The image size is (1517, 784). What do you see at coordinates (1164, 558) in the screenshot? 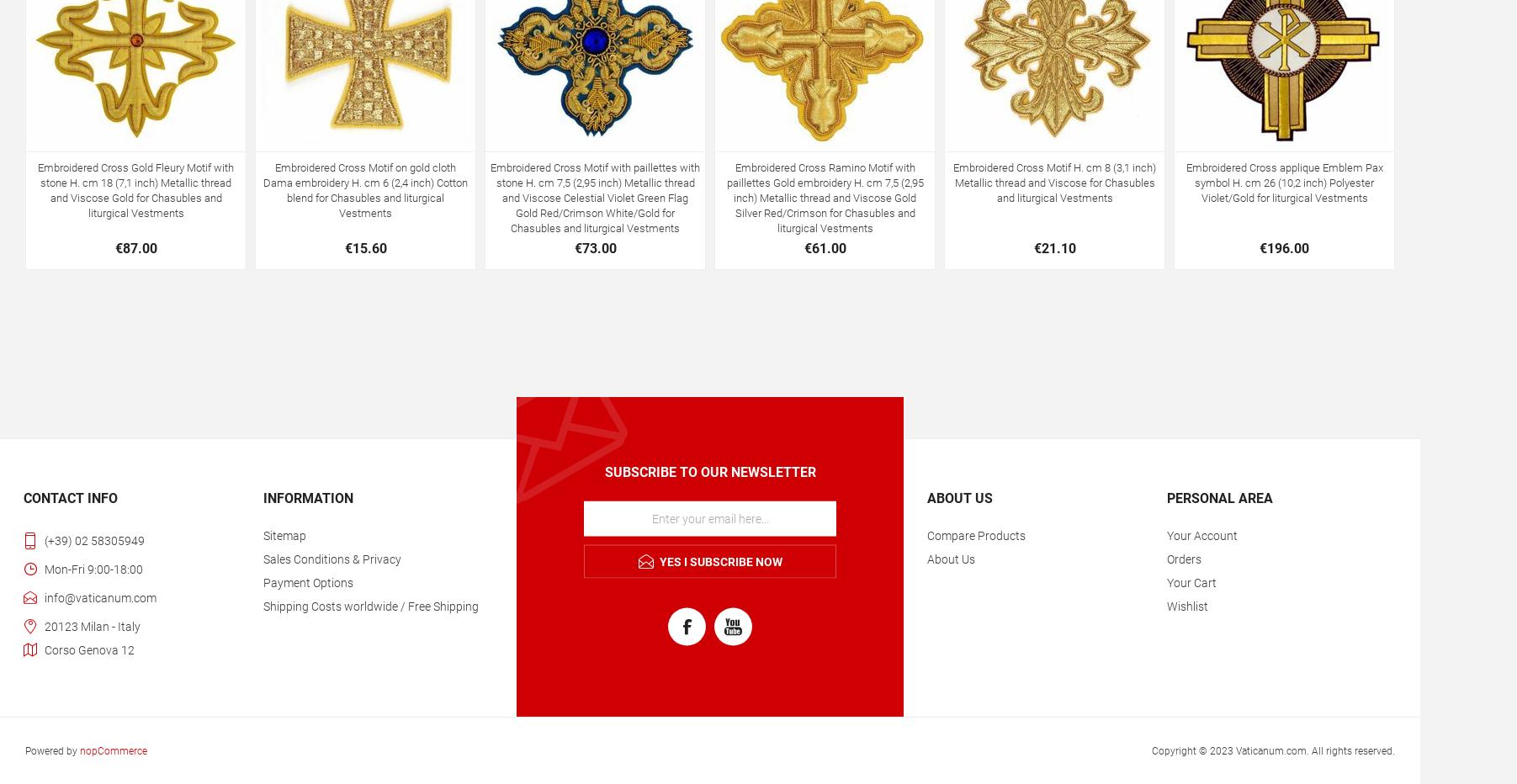
I see `'Orders'` at bounding box center [1164, 558].